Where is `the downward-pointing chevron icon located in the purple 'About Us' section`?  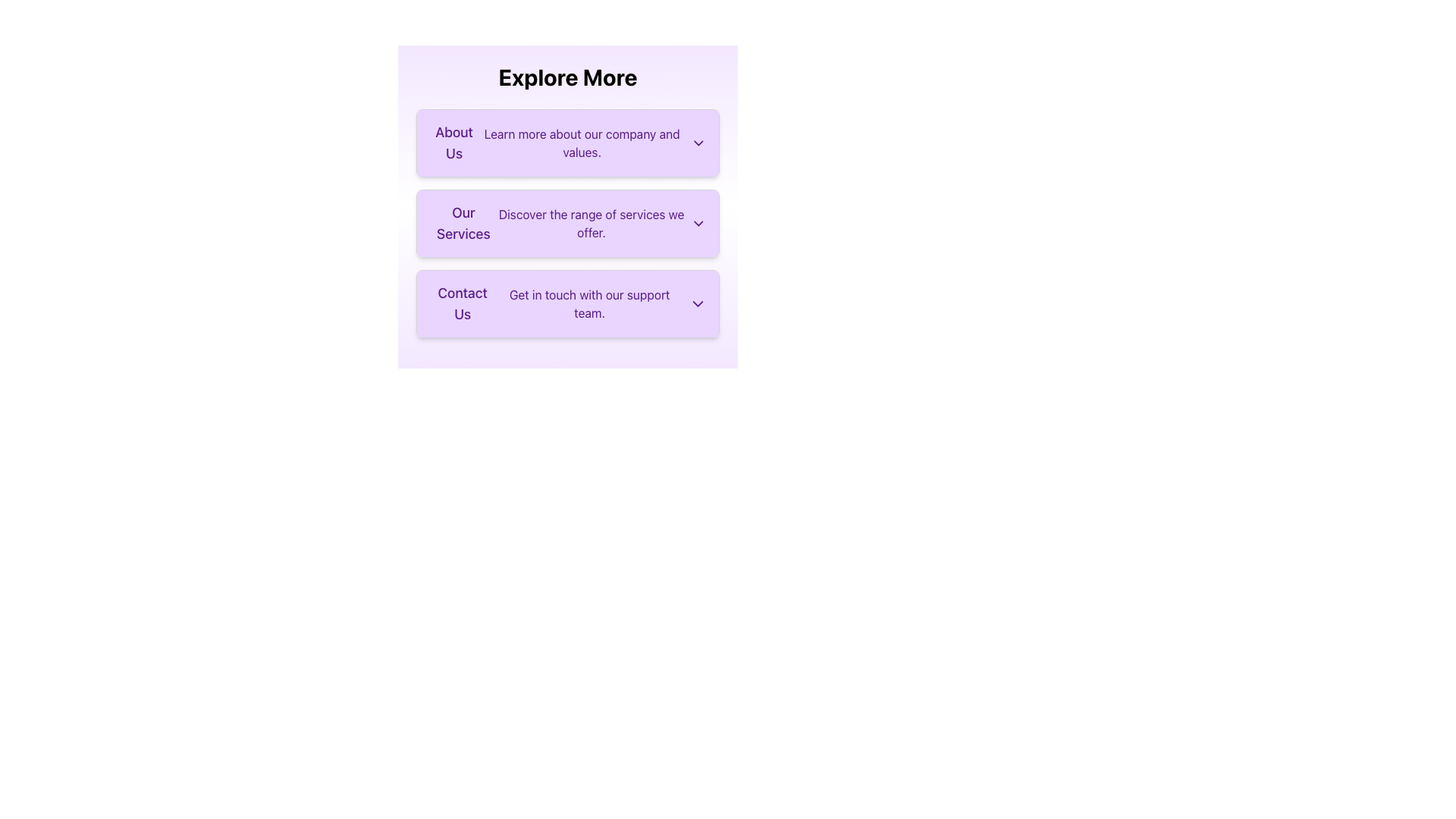
the downward-pointing chevron icon located in the purple 'About Us' section is located at coordinates (698, 143).